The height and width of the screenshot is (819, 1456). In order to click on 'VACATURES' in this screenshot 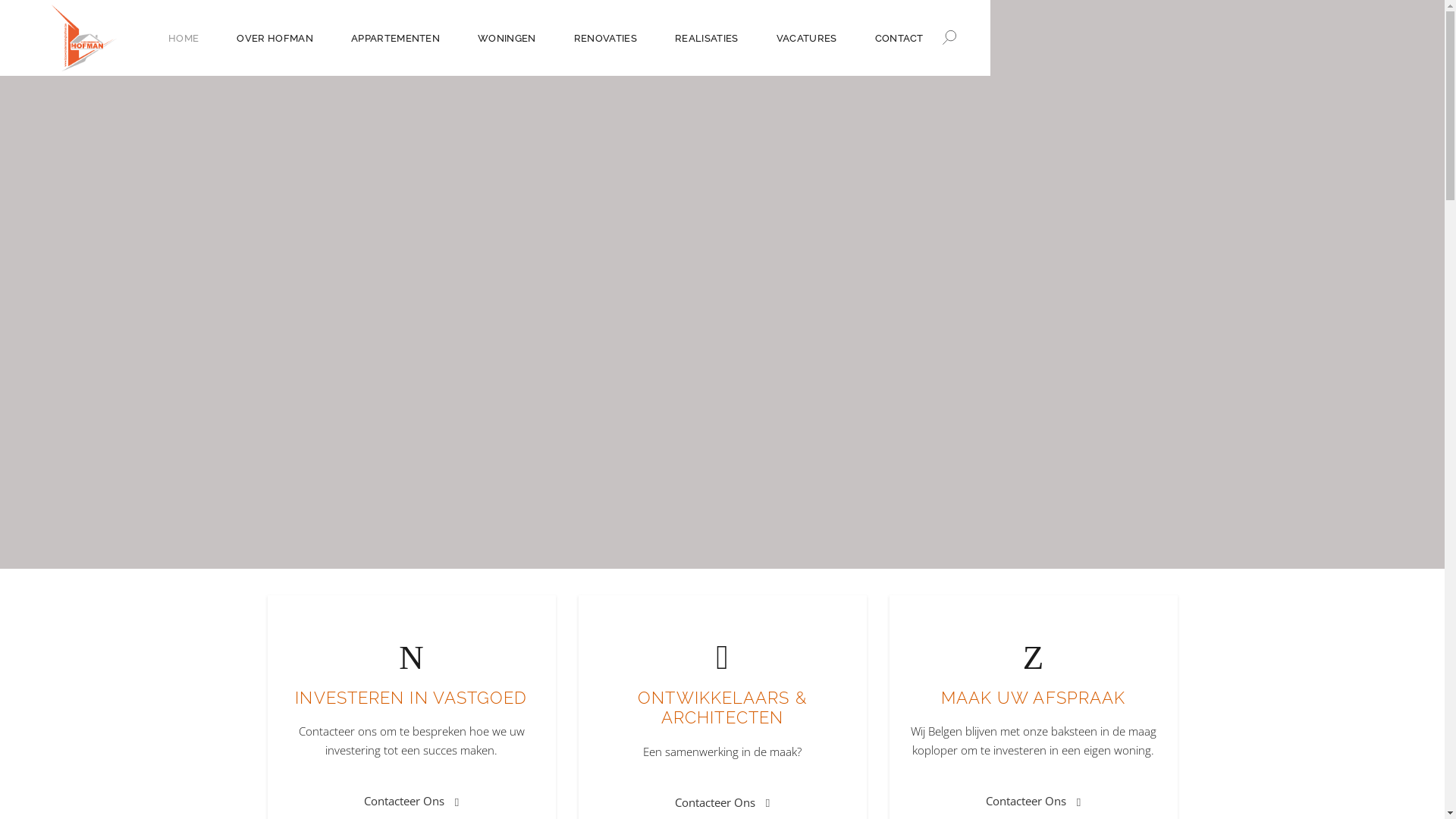, I will do `click(806, 36)`.